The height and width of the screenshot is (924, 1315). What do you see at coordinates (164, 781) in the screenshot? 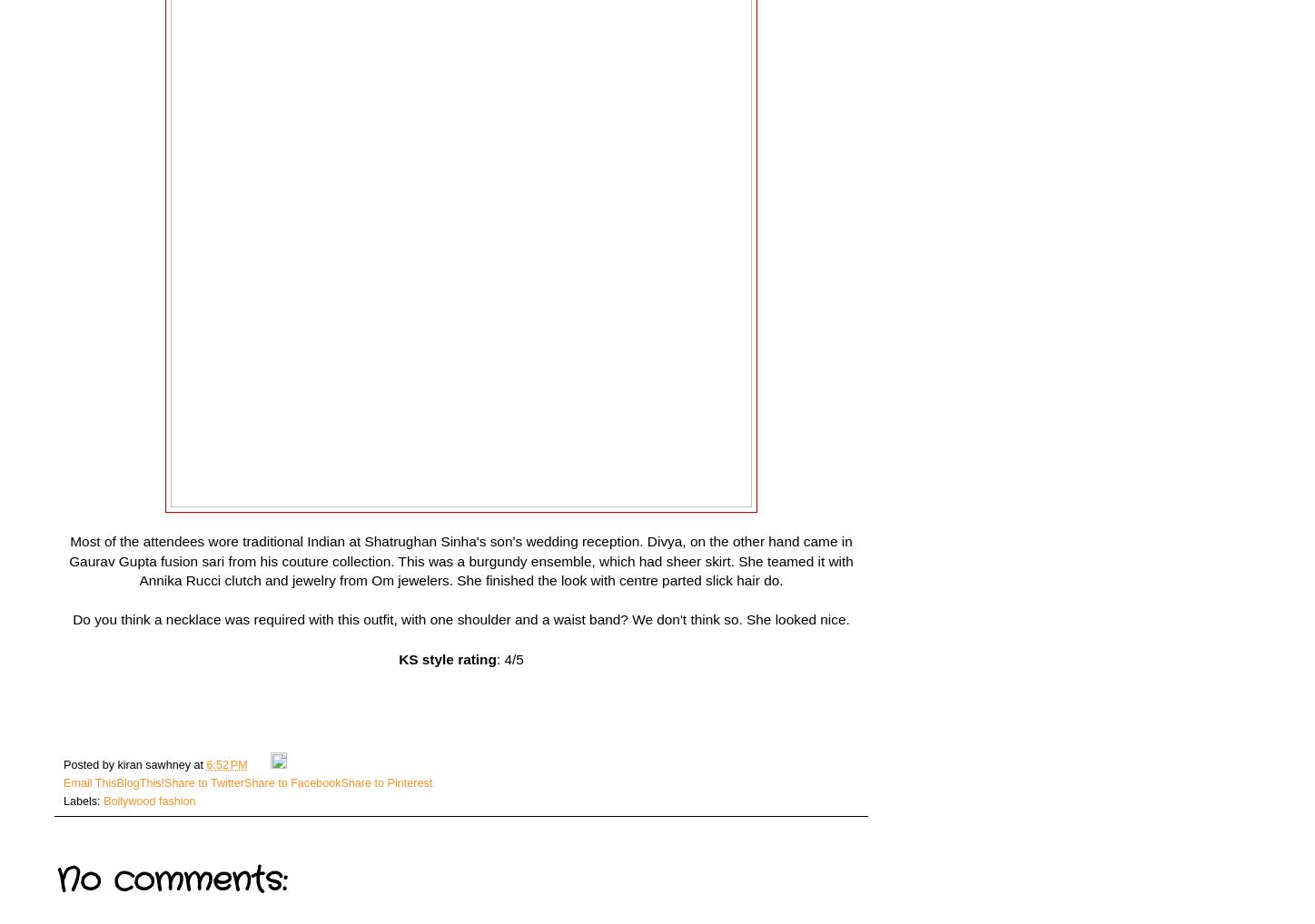
I see `'Share to Twitter'` at bounding box center [164, 781].